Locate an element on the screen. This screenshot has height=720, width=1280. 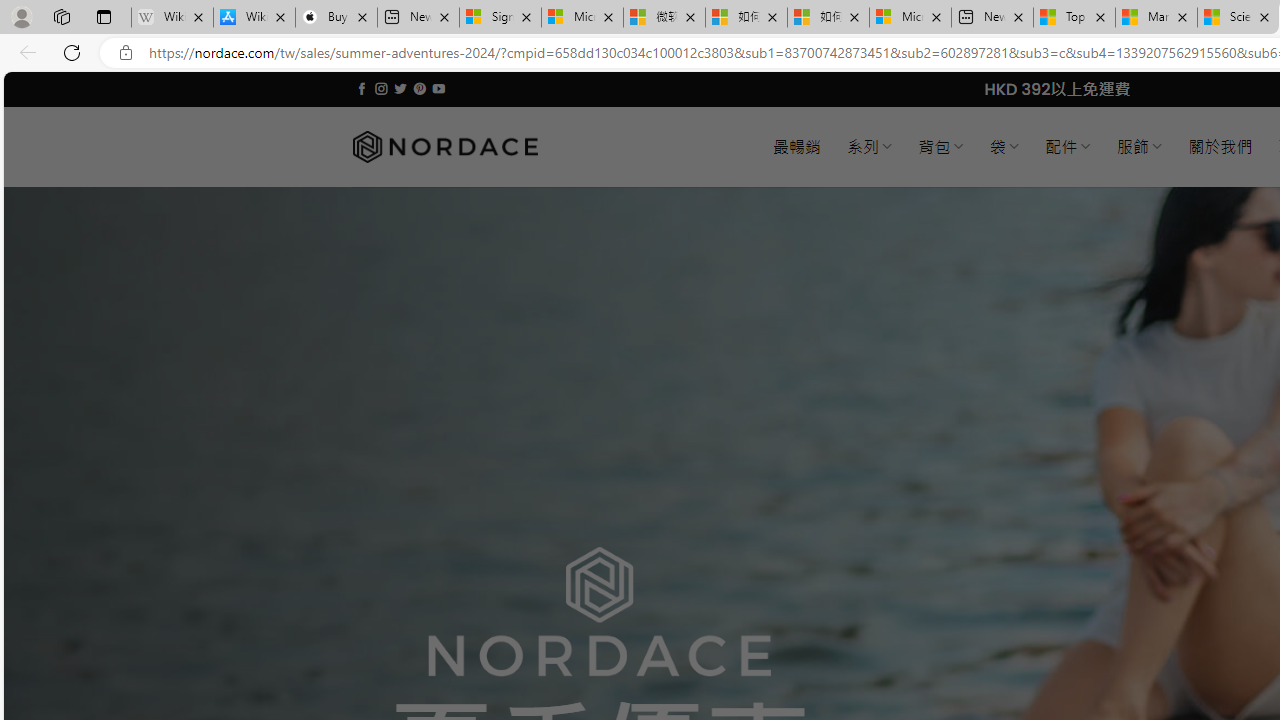
'Follow on YouTube' is located at coordinates (438, 88).